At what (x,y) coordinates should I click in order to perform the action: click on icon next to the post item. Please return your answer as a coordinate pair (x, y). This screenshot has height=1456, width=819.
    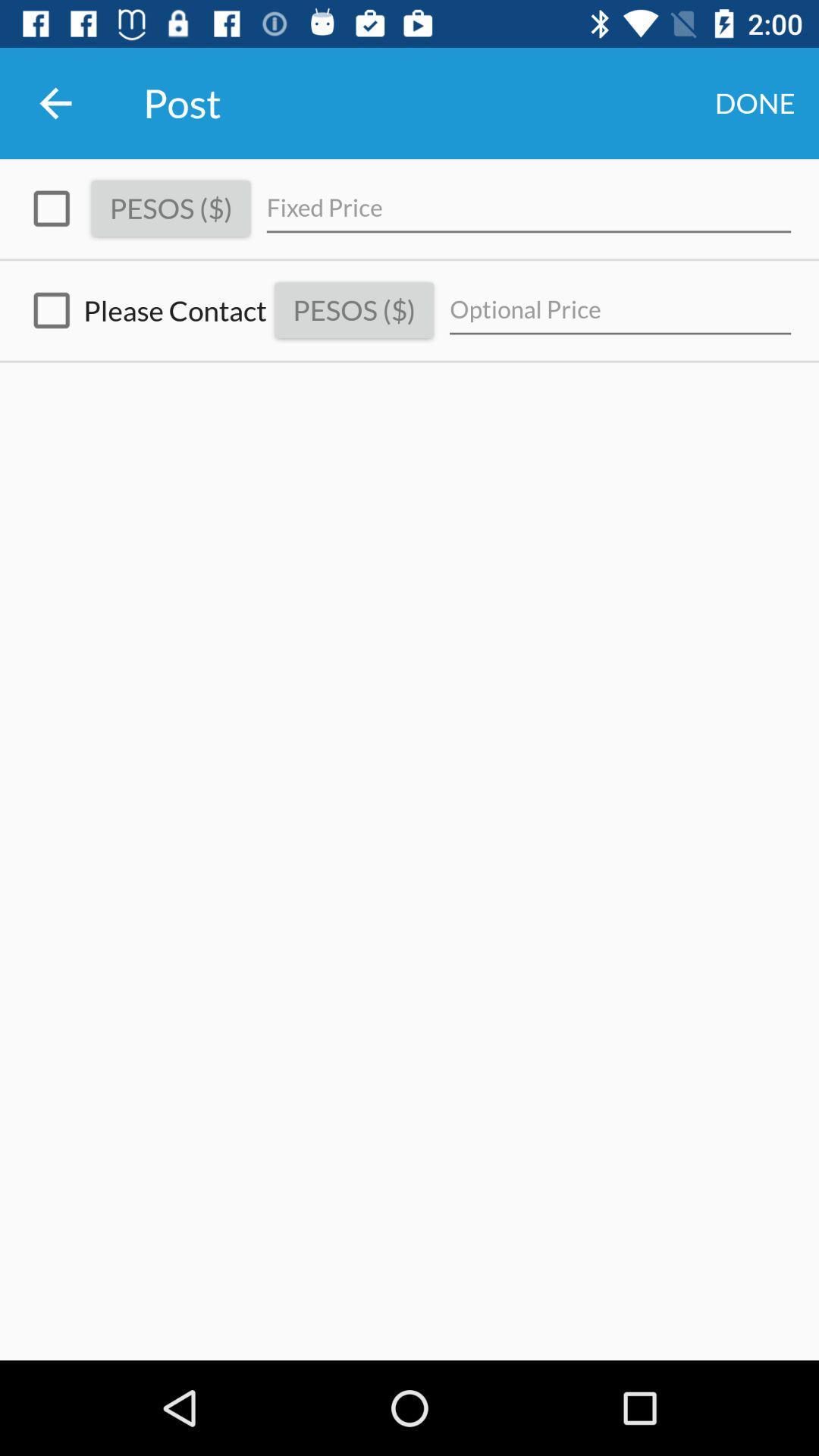
    Looking at the image, I should click on (755, 102).